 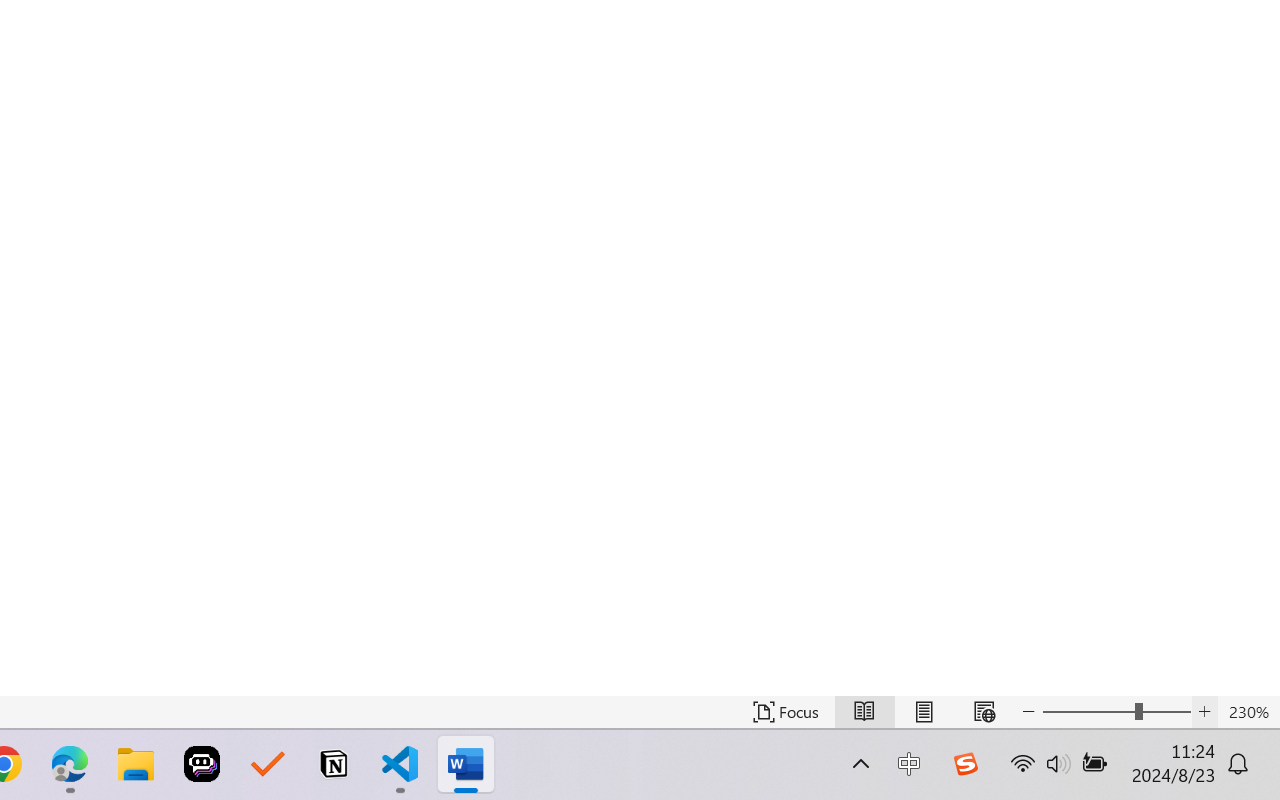 I want to click on 'Text Size', so click(x=1115, y=711).